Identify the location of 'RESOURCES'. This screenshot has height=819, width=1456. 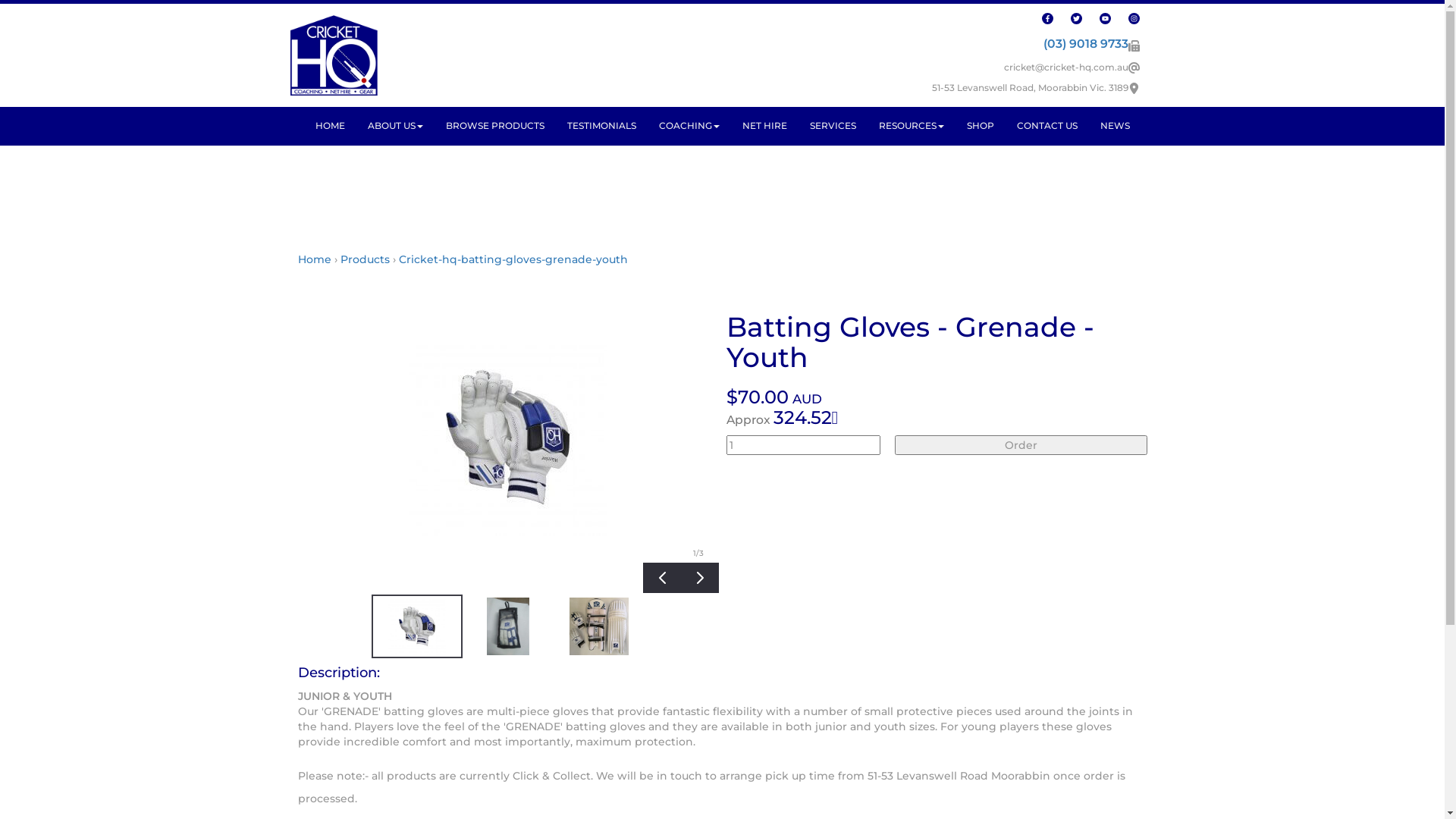
(910, 124).